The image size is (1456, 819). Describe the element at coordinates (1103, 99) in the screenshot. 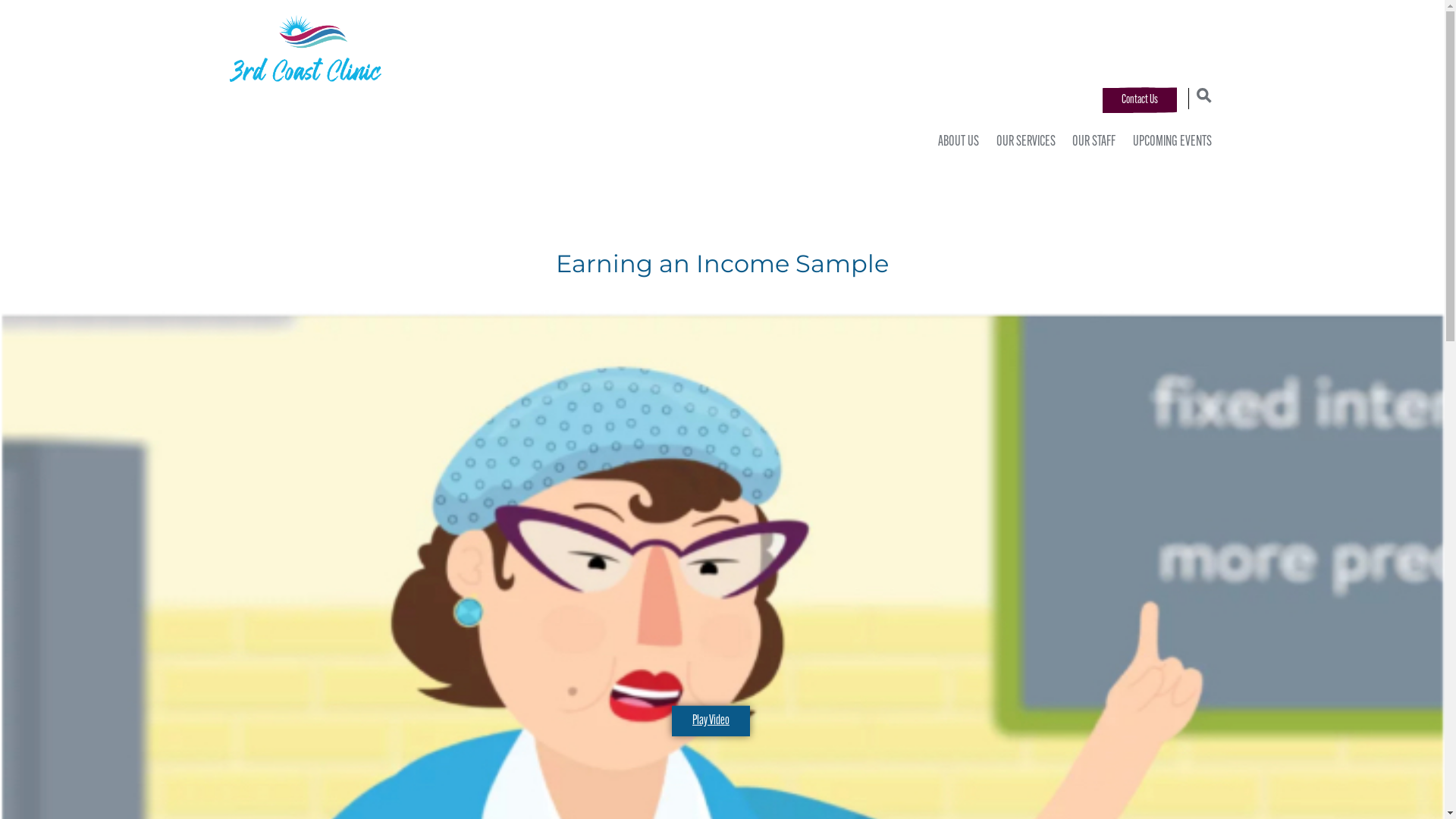

I see `'Contact Us'` at that location.